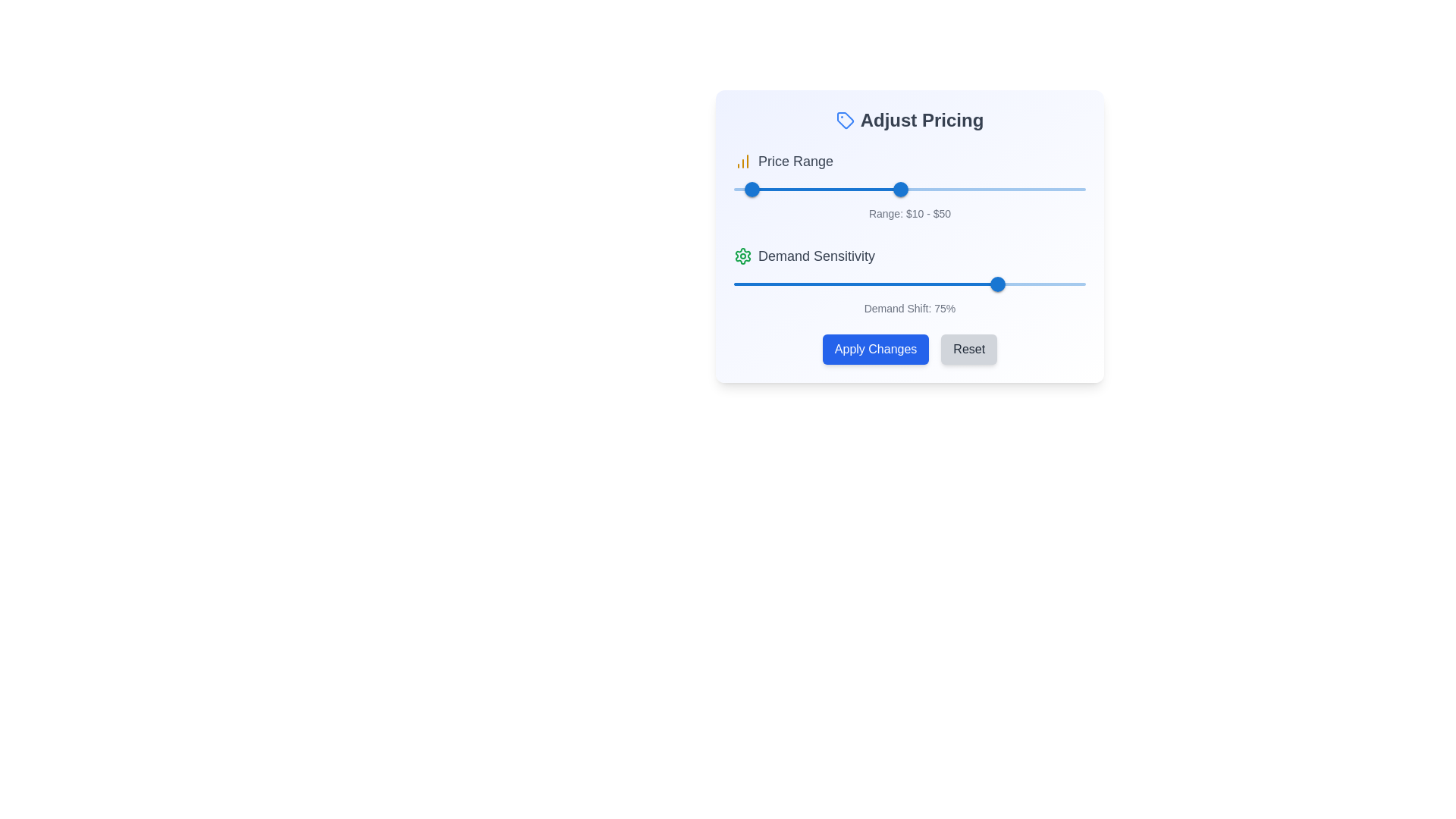 The width and height of the screenshot is (1456, 819). What do you see at coordinates (742, 256) in the screenshot?
I see `the settings icon located to the left of the 'Demand Sensitivity' text in the 'Adjust Pricing' panel` at bounding box center [742, 256].